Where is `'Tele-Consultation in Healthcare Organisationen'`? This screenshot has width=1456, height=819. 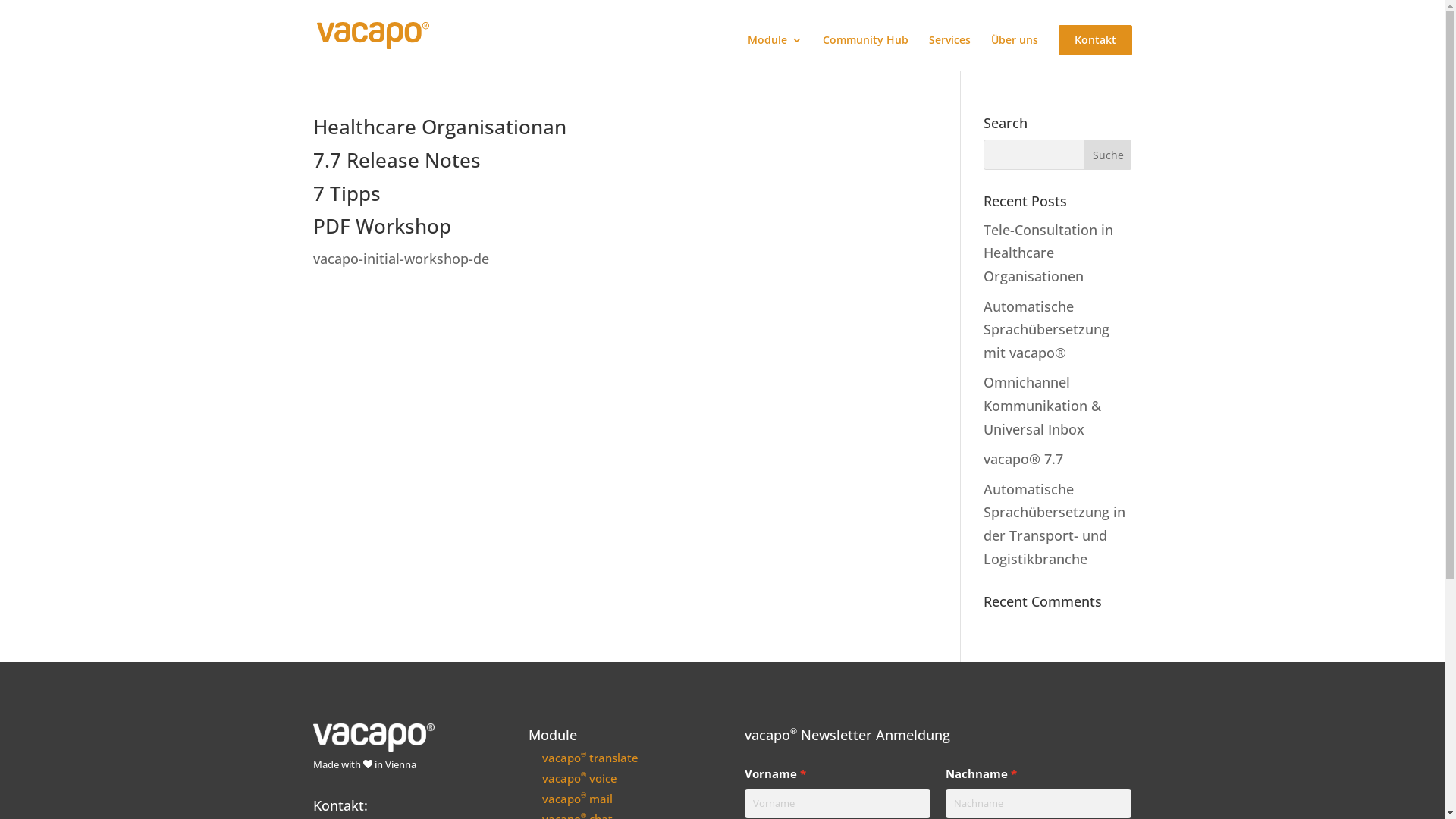
'Tele-Consultation in Healthcare Organisationen' is located at coordinates (1047, 252).